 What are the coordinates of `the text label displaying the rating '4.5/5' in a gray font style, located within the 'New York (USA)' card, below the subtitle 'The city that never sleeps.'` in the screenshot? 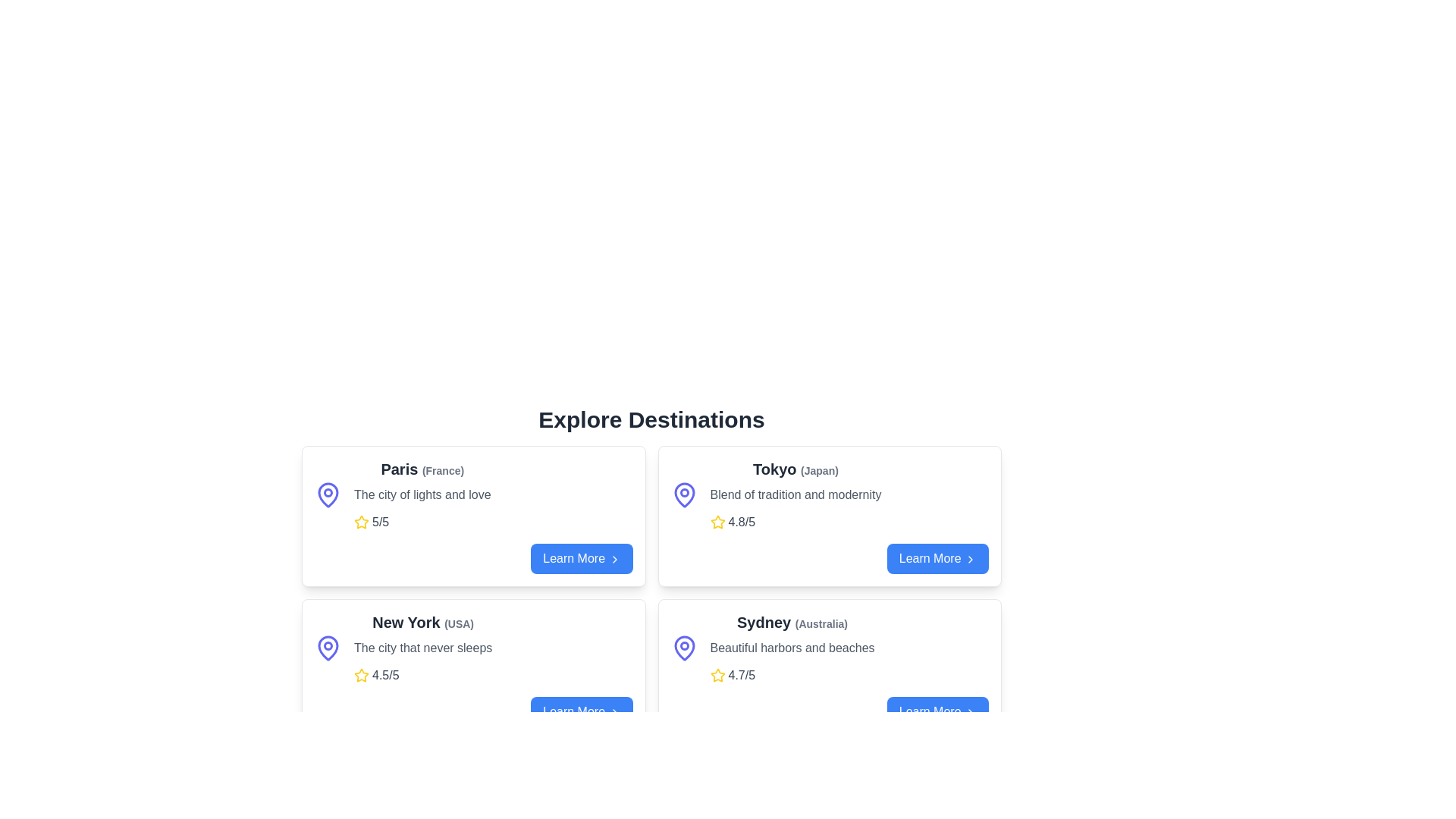 It's located at (385, 675).